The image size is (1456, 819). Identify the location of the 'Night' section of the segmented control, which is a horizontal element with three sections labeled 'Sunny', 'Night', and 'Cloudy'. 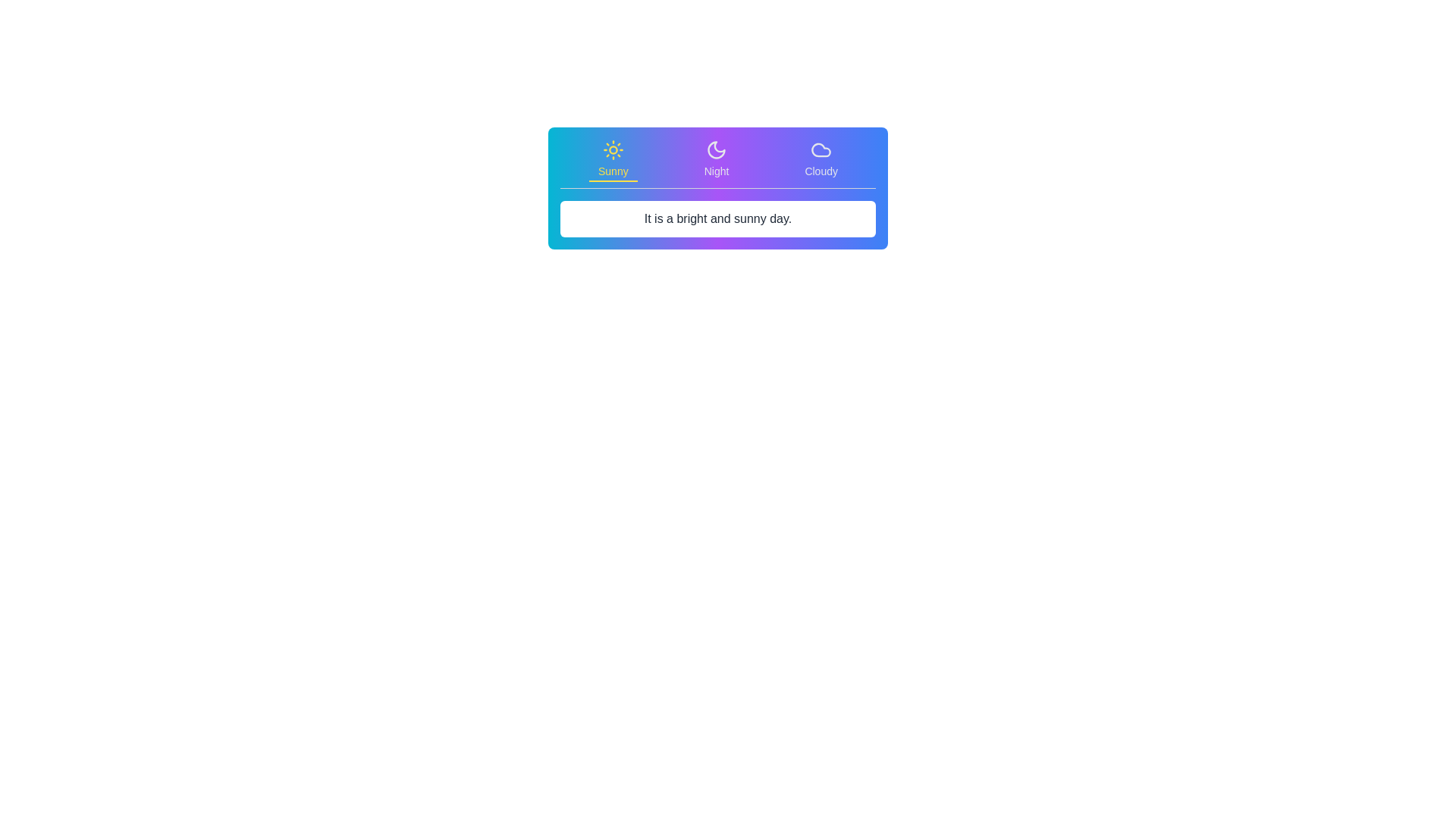
(717, 164).